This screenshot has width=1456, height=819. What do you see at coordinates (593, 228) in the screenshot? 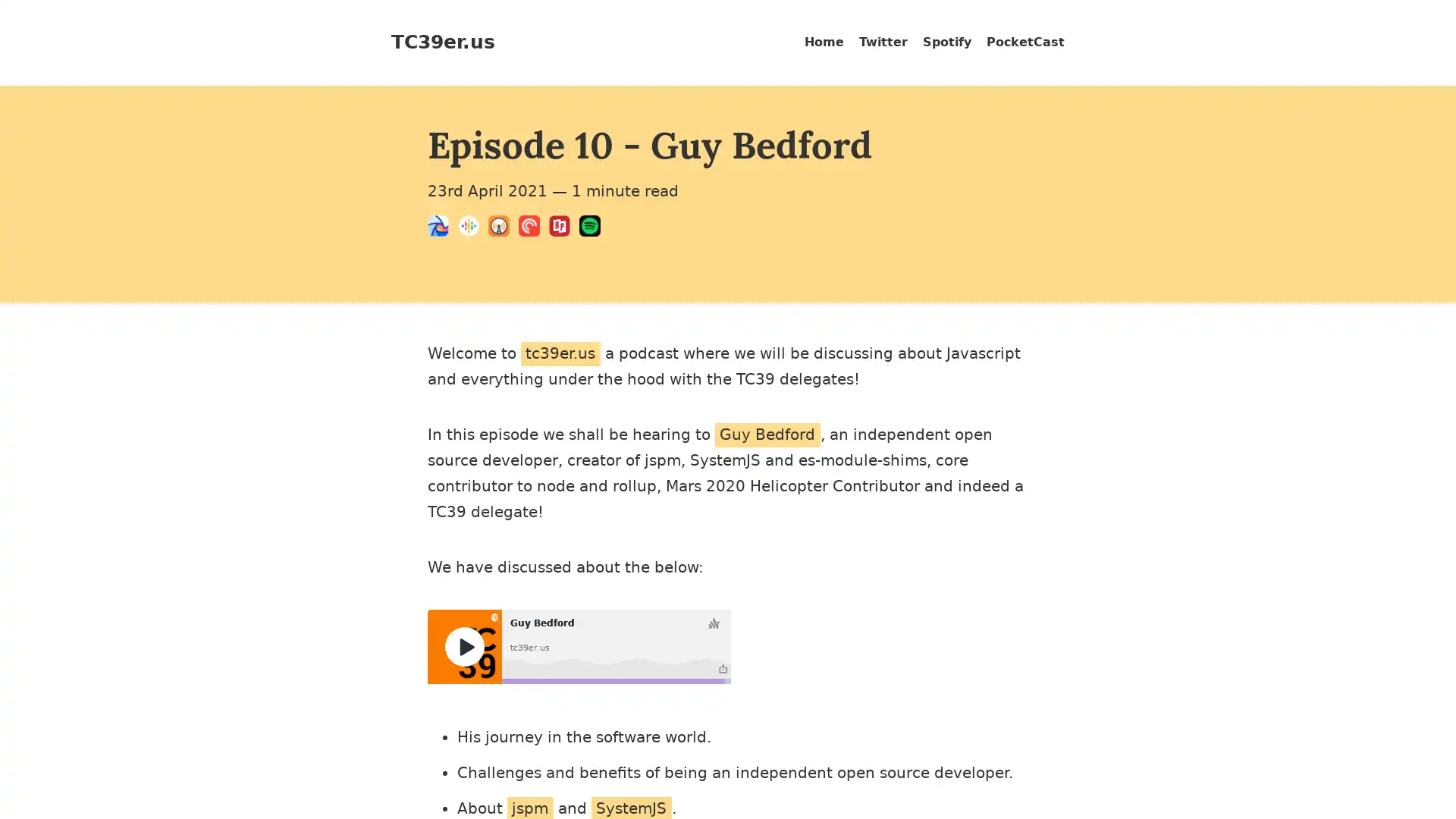
I see `Spotify Logo` at bounding box center [593, 228].